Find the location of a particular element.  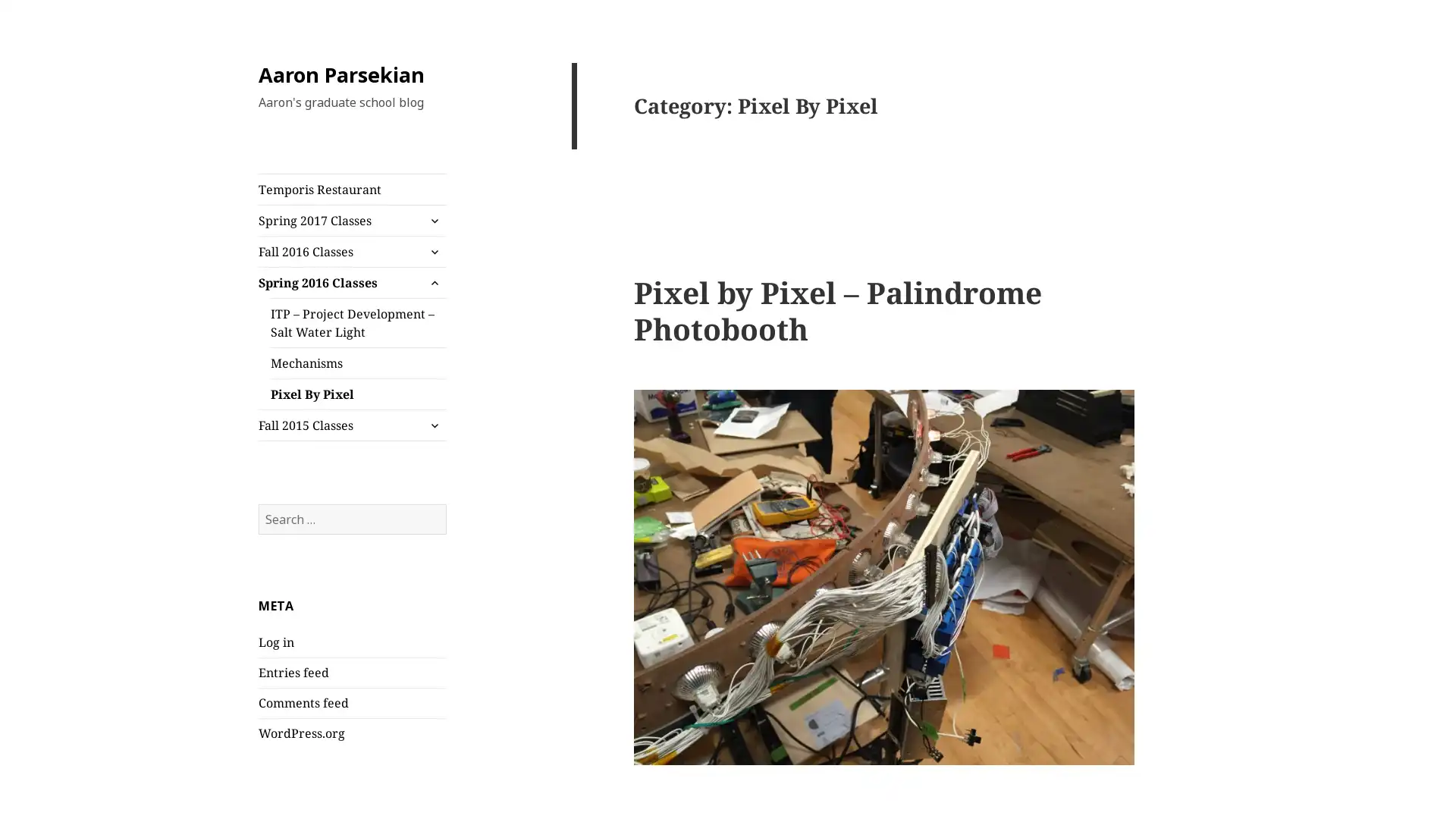

expand child menu is located at coordinates (432, 250).